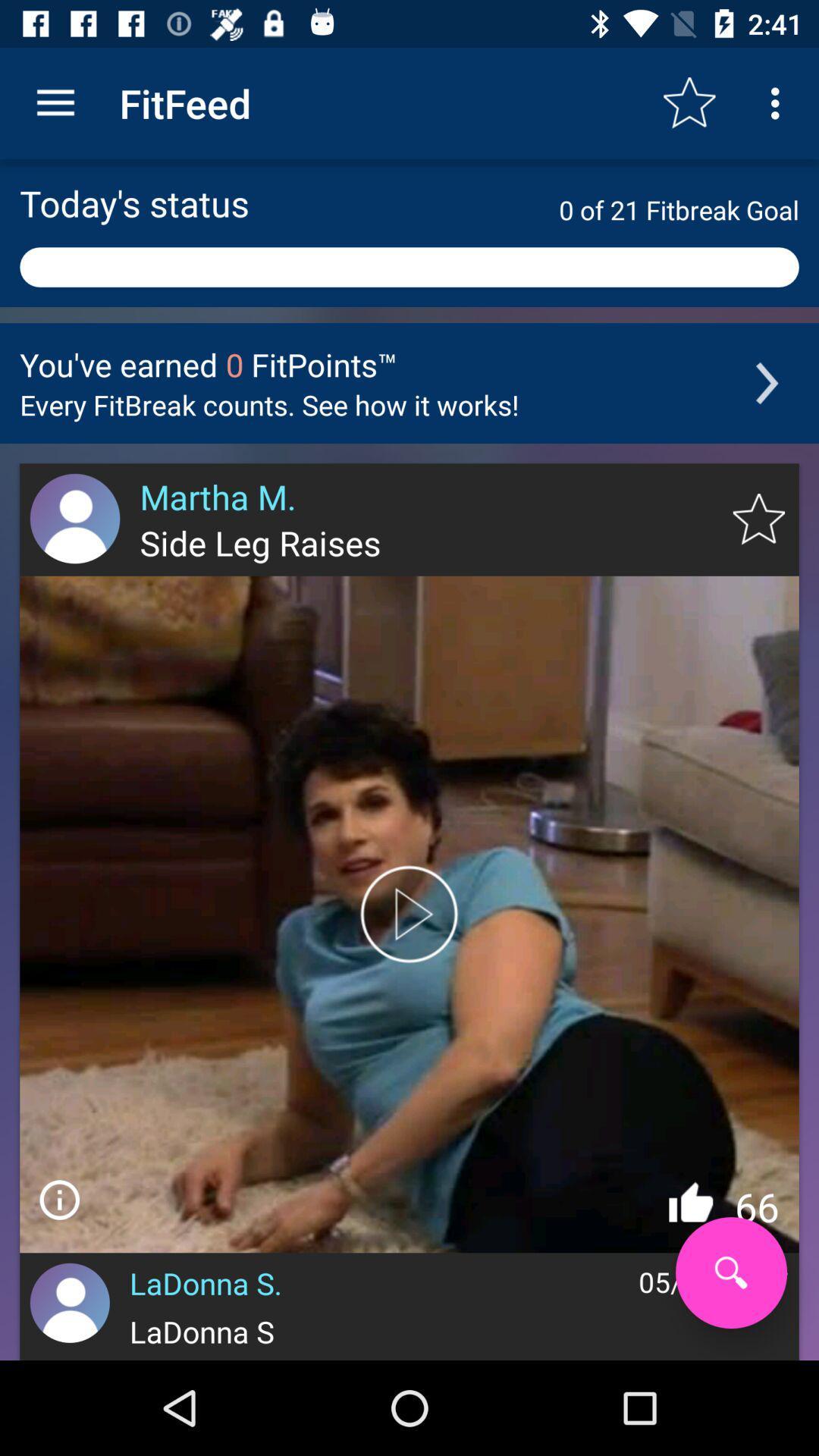 The height and width of the screenshot is (1456, 819). I want to click on to favorites, so click(758, 519).